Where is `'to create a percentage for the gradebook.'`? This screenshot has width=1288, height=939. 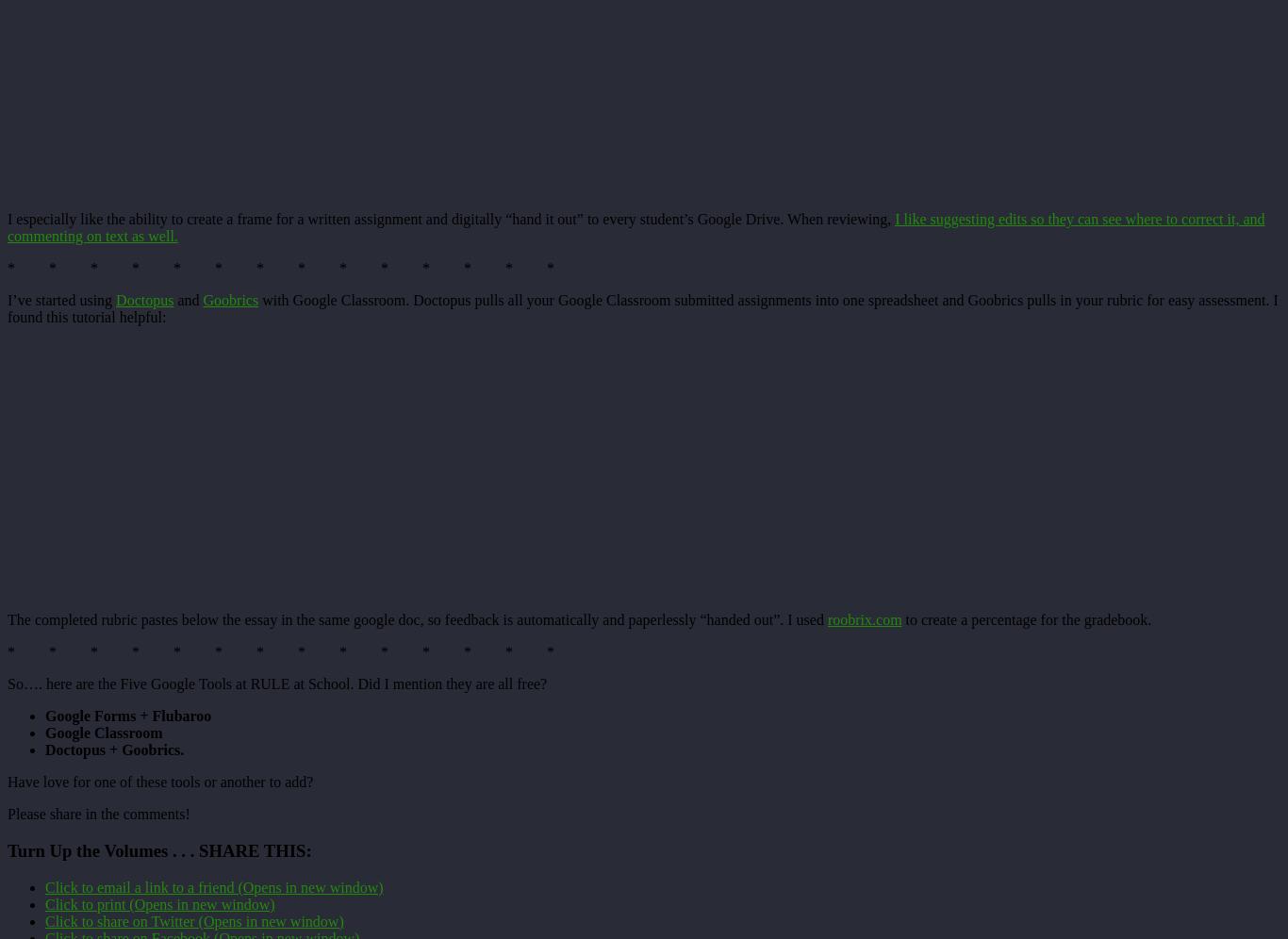
'to create a percentage for the gradebook.' is located at coordinates (1025, 618).